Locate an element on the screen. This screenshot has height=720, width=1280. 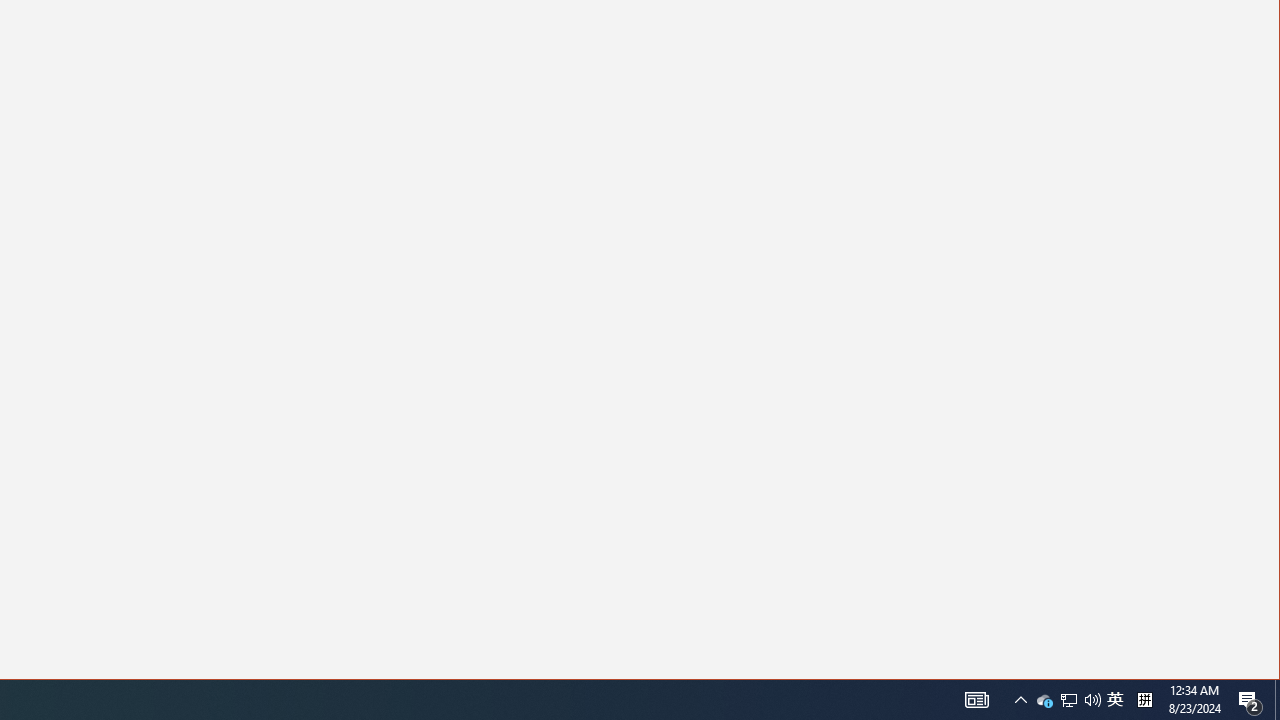
'User Promoted Notification Area' is located at coordinates (1068, 698).